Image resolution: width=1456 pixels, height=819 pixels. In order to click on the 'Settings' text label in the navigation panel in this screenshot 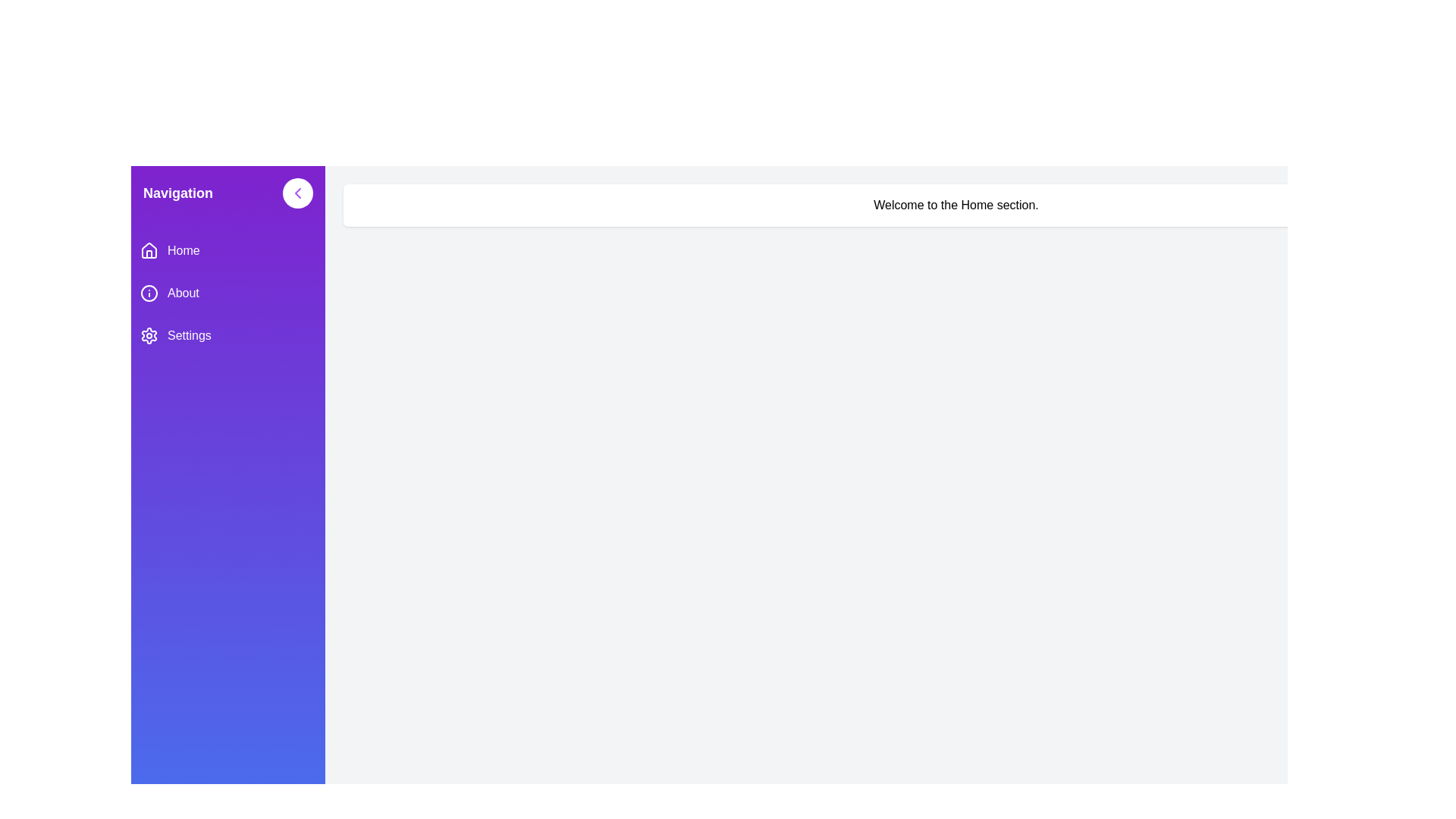, I will do `click(188, 335)`.